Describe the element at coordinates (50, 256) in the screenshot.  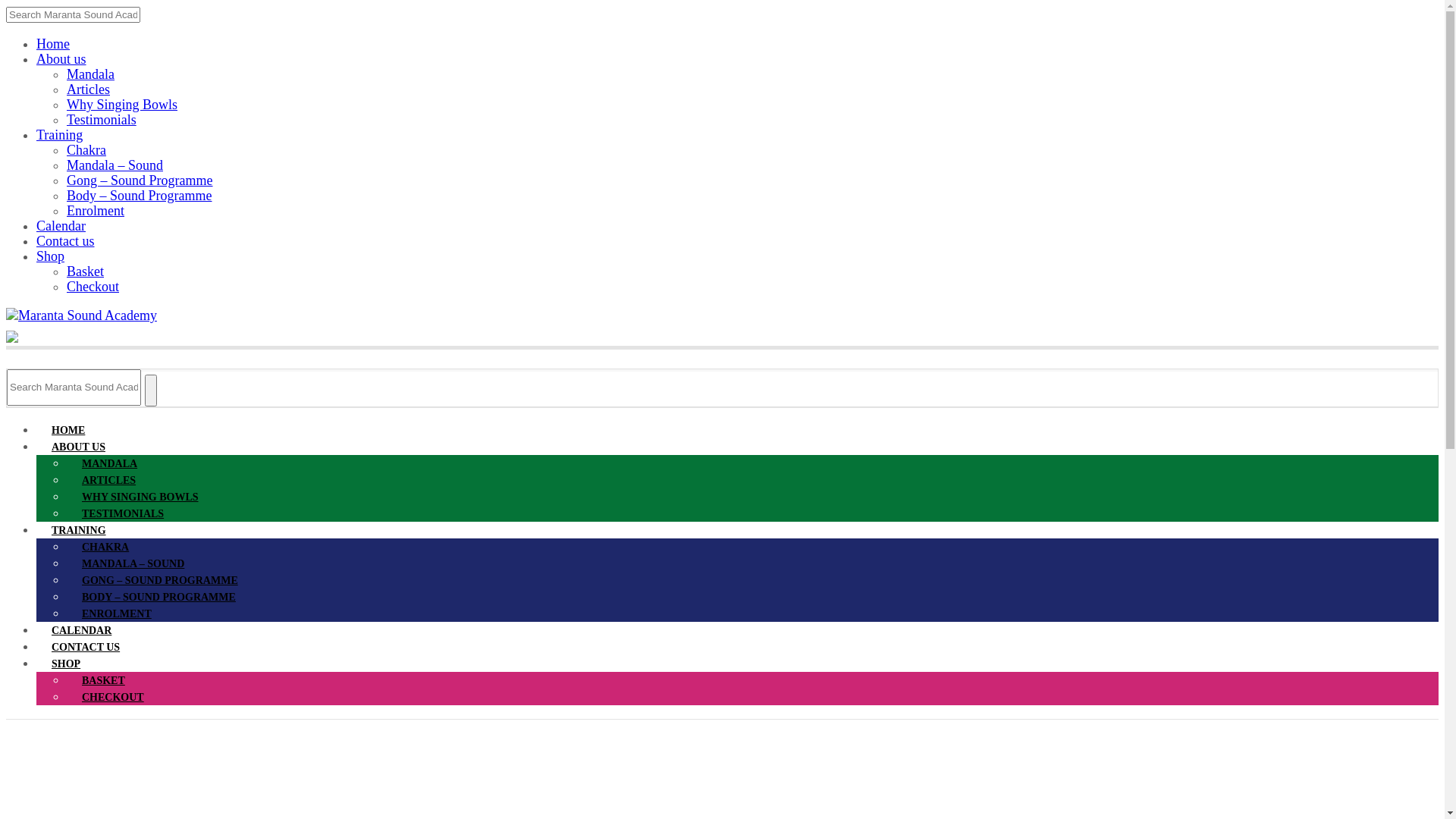
I see `'Shop'` at that location.